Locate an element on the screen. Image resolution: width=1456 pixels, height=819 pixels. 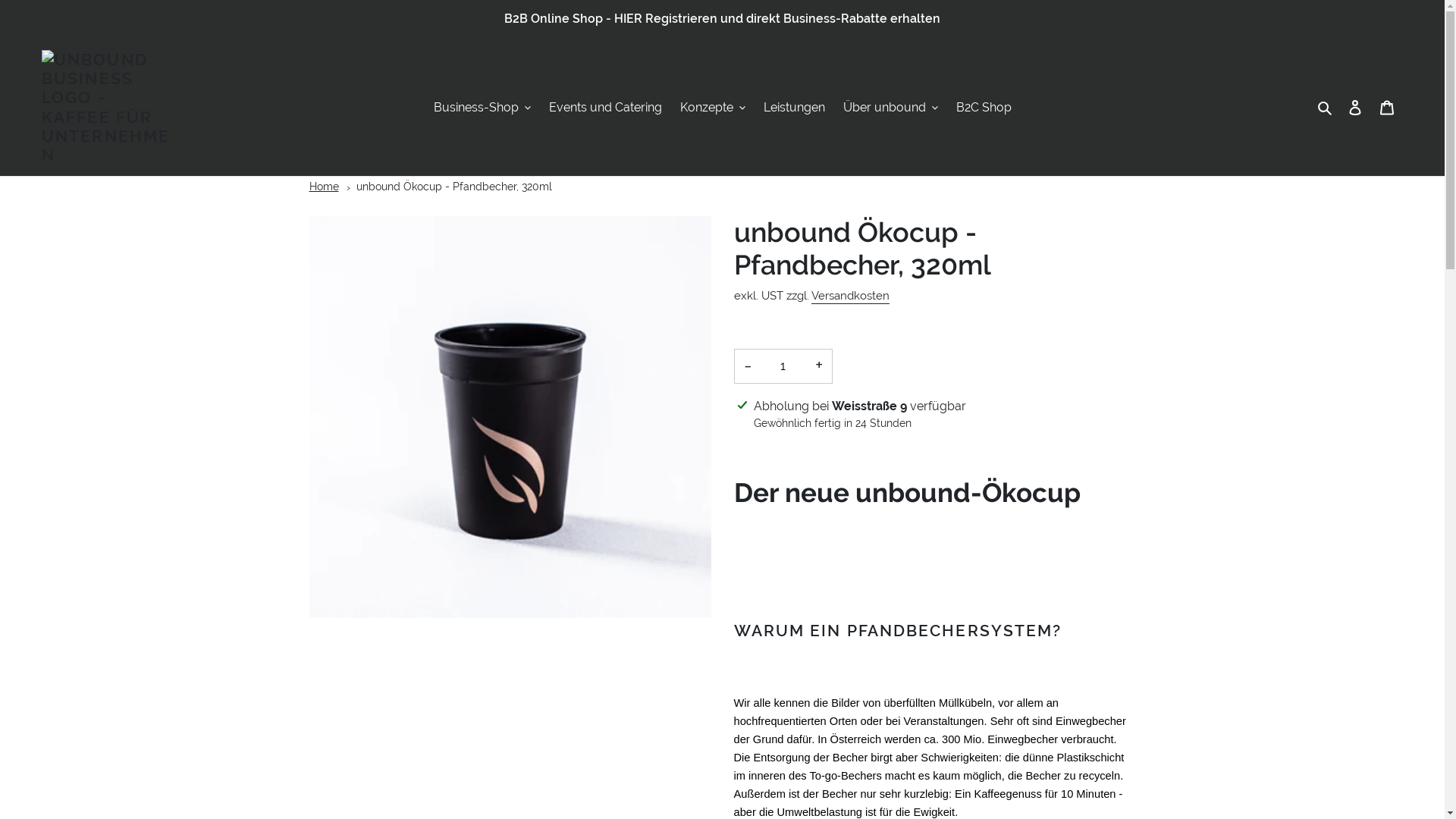
'Suchen' is located at coordinates (1325, 107).